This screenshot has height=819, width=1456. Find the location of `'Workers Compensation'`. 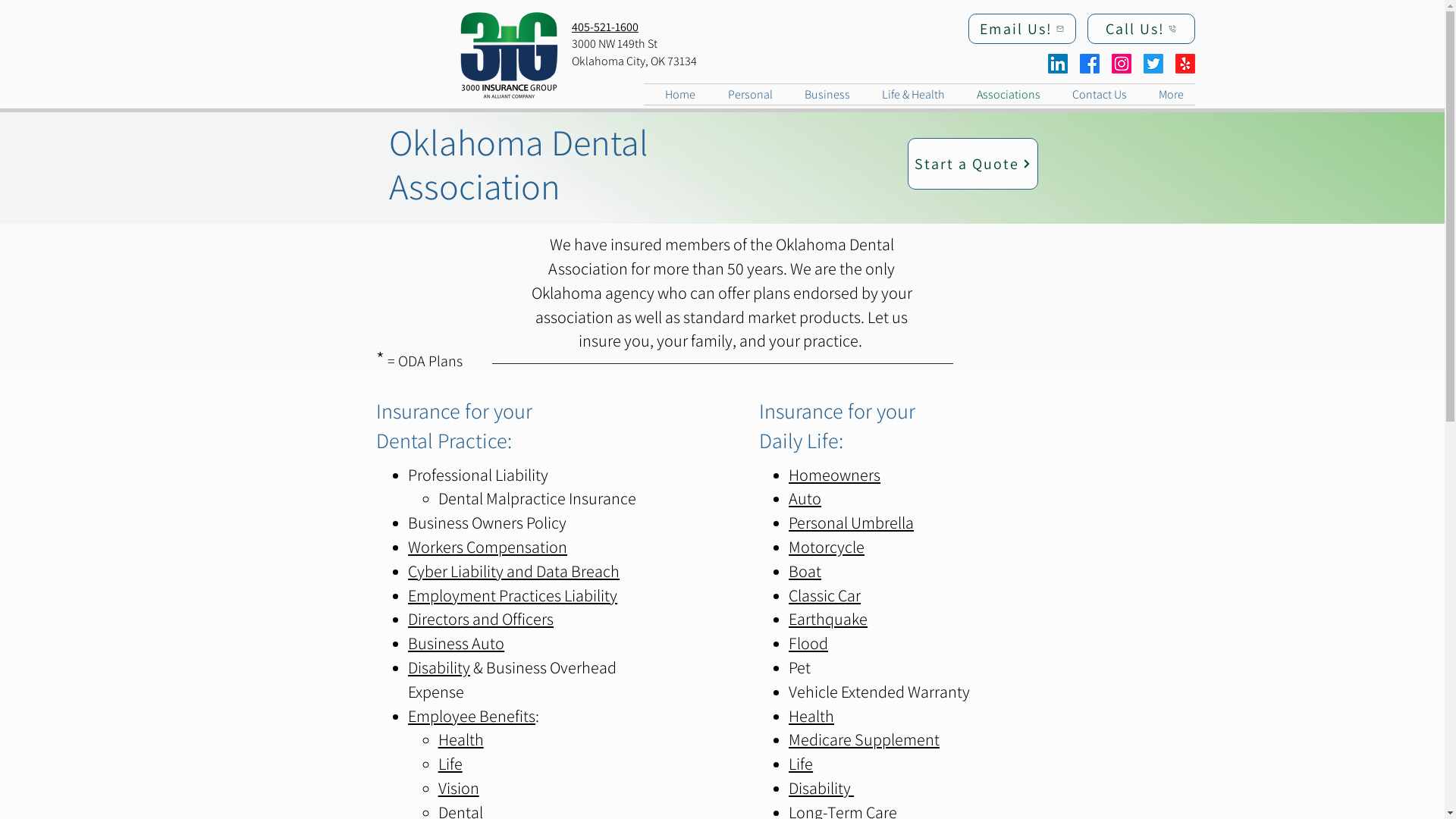

'Workers Compensation' is located at coordinates (488, 547).